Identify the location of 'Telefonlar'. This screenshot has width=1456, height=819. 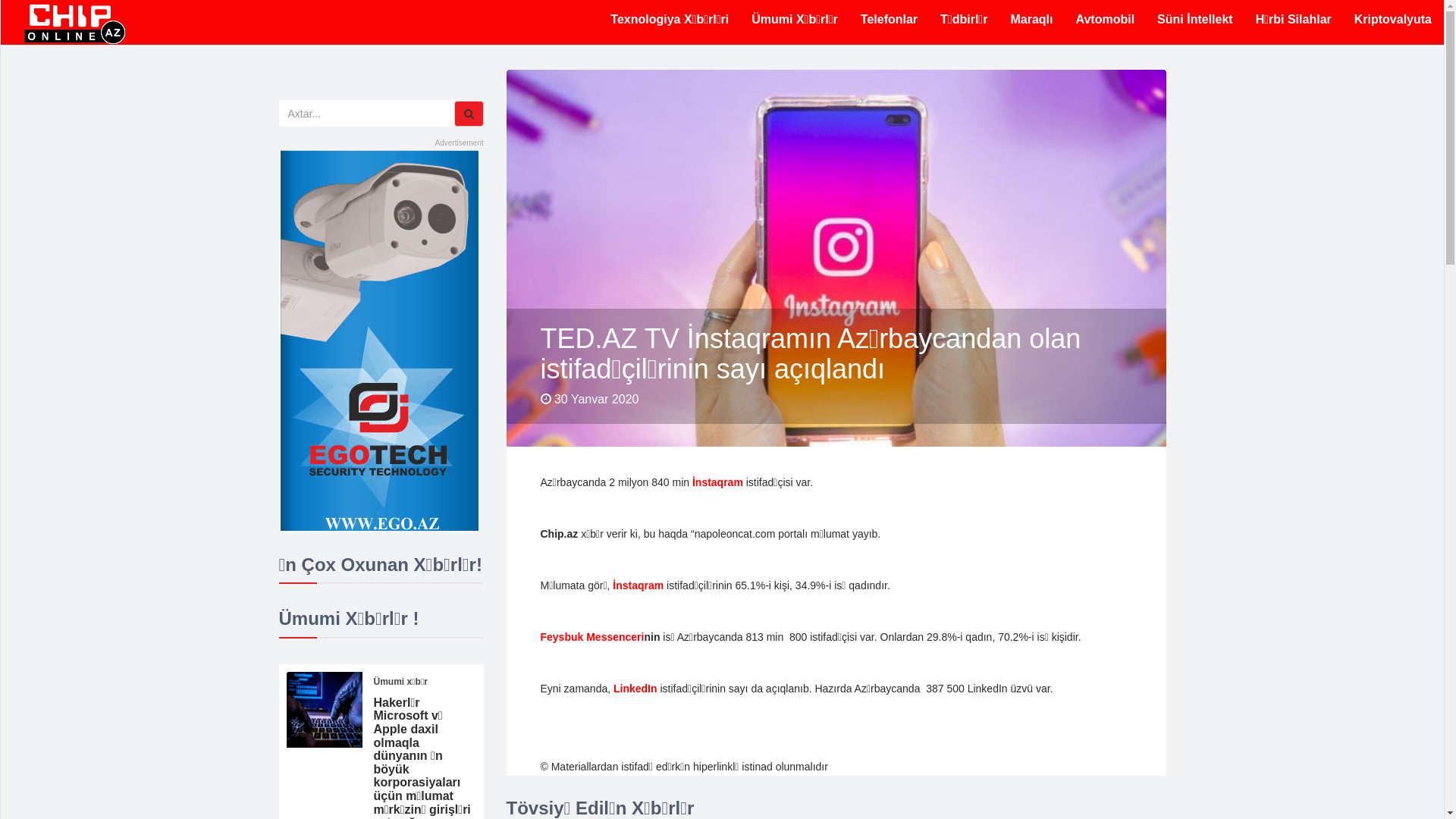
(889, 20).